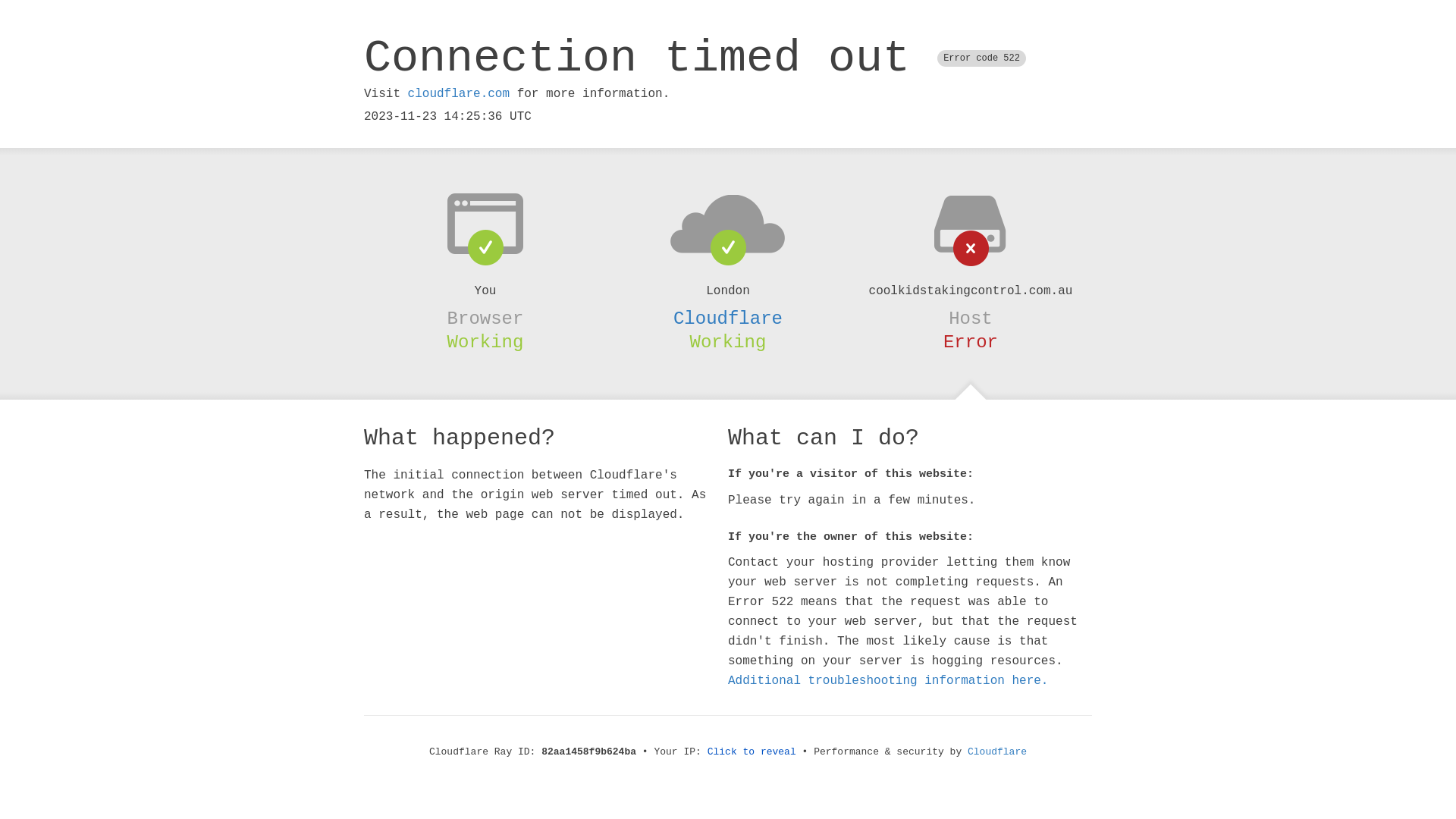 The height and width of the screenshot is (819, 1456). I want to click on 'cloudflare.com', so click(407, 93).